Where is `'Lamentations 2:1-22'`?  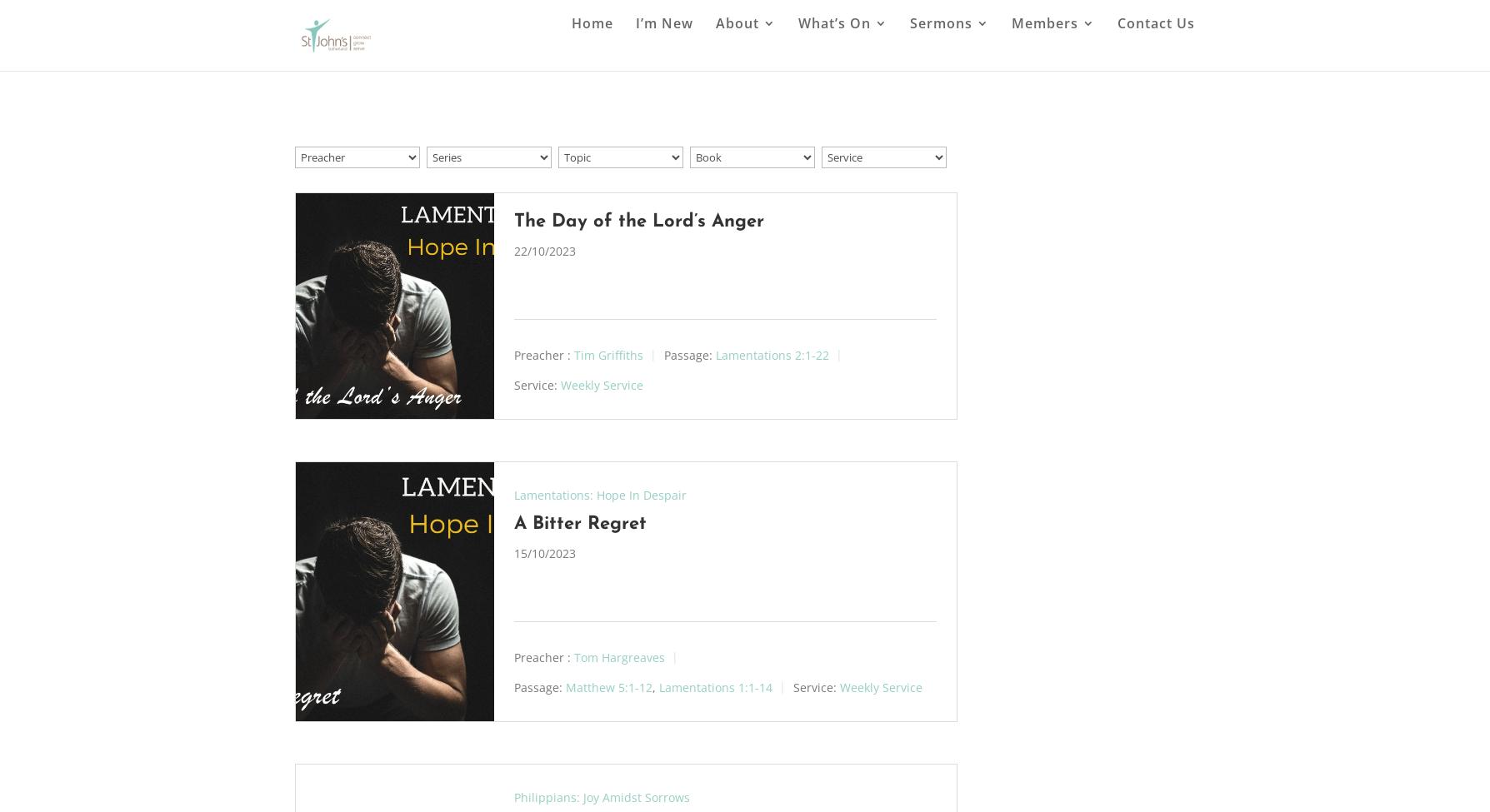
'Lamentations 2:1-22' is located at coordinates (772, 355).